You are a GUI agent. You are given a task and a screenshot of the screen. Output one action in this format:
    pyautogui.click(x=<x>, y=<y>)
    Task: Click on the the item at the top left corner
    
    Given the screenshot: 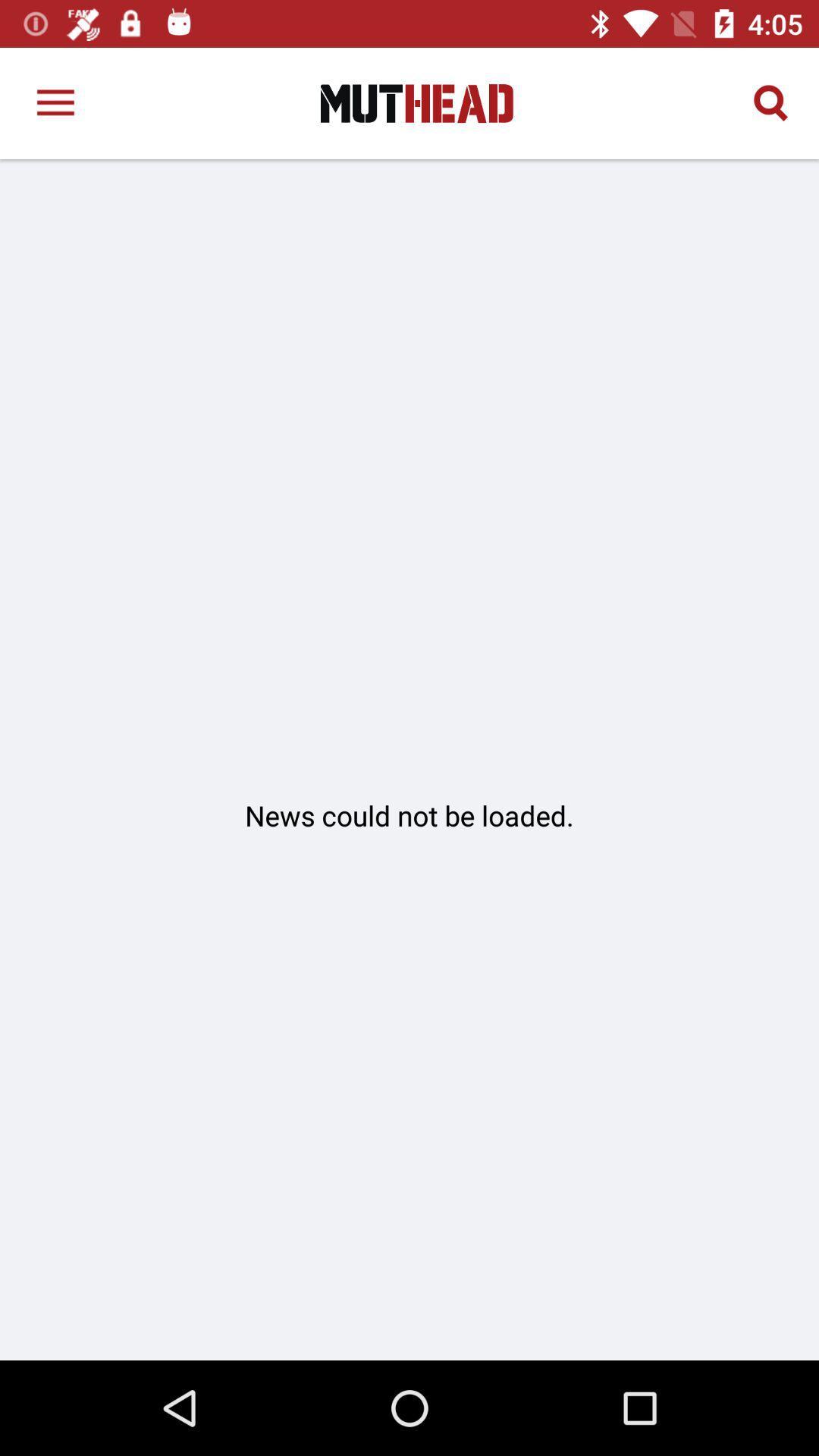 What is the action you would take?
    pyautogui.click(x=55, y=102)
    